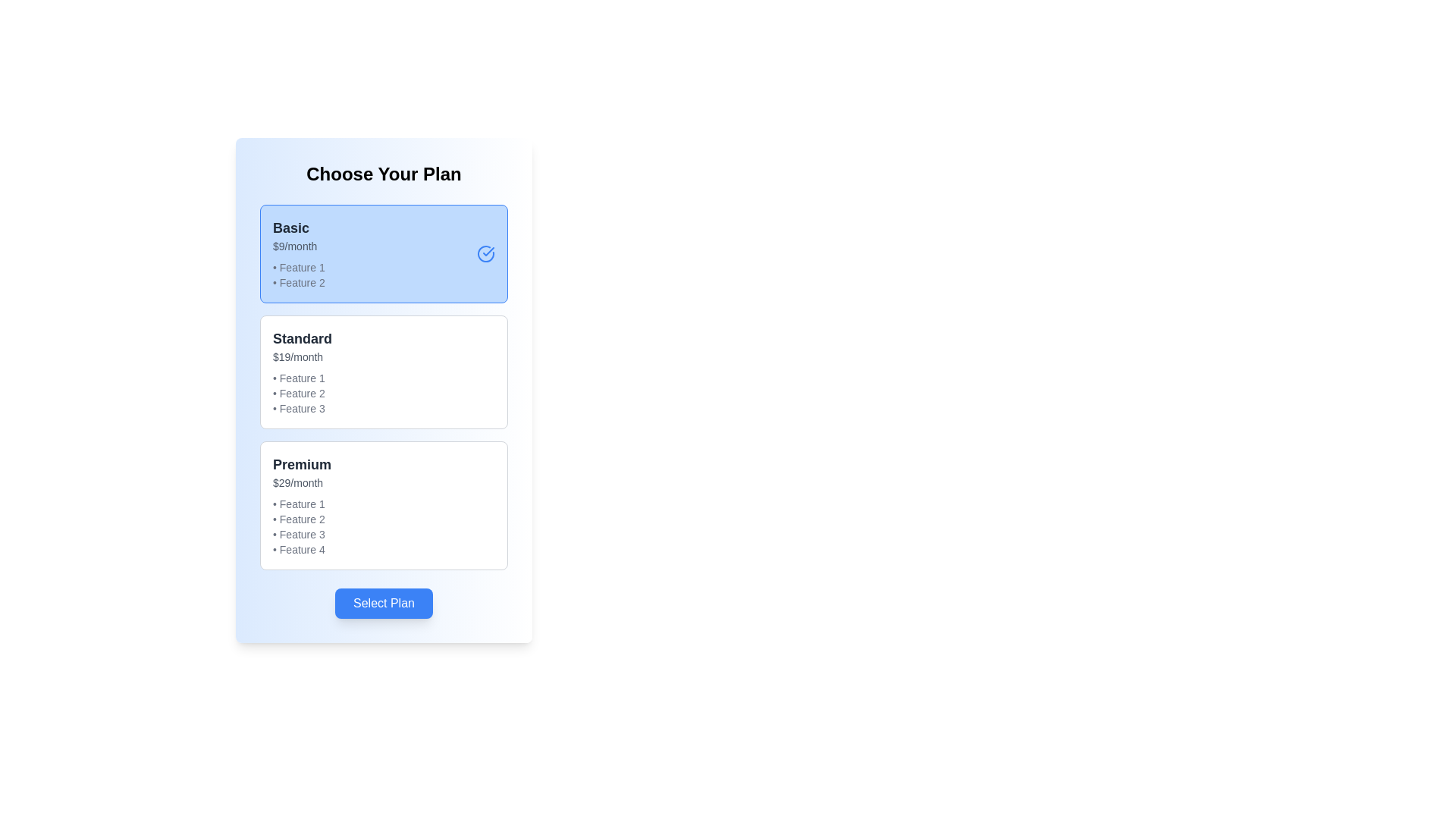  I want to click on text element displaying '• Feature 1', which is styled in a light gray color and is the first bullet point in the 'Basic' plan section, so click(299, 267).